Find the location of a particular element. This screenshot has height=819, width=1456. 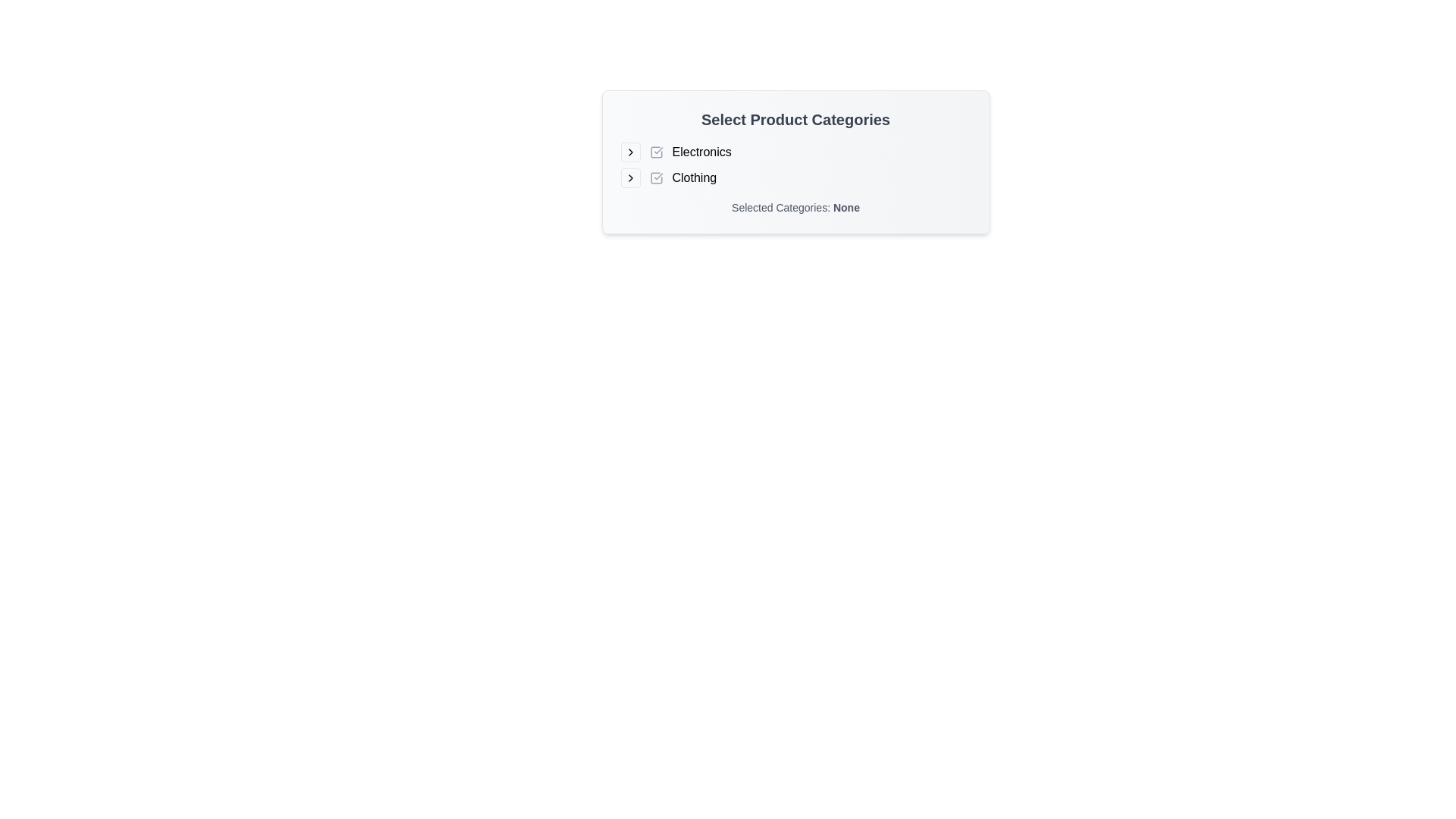

the button that serves as a navigation trigger for the 'Clothing' category is located at coordinates (630, 177).